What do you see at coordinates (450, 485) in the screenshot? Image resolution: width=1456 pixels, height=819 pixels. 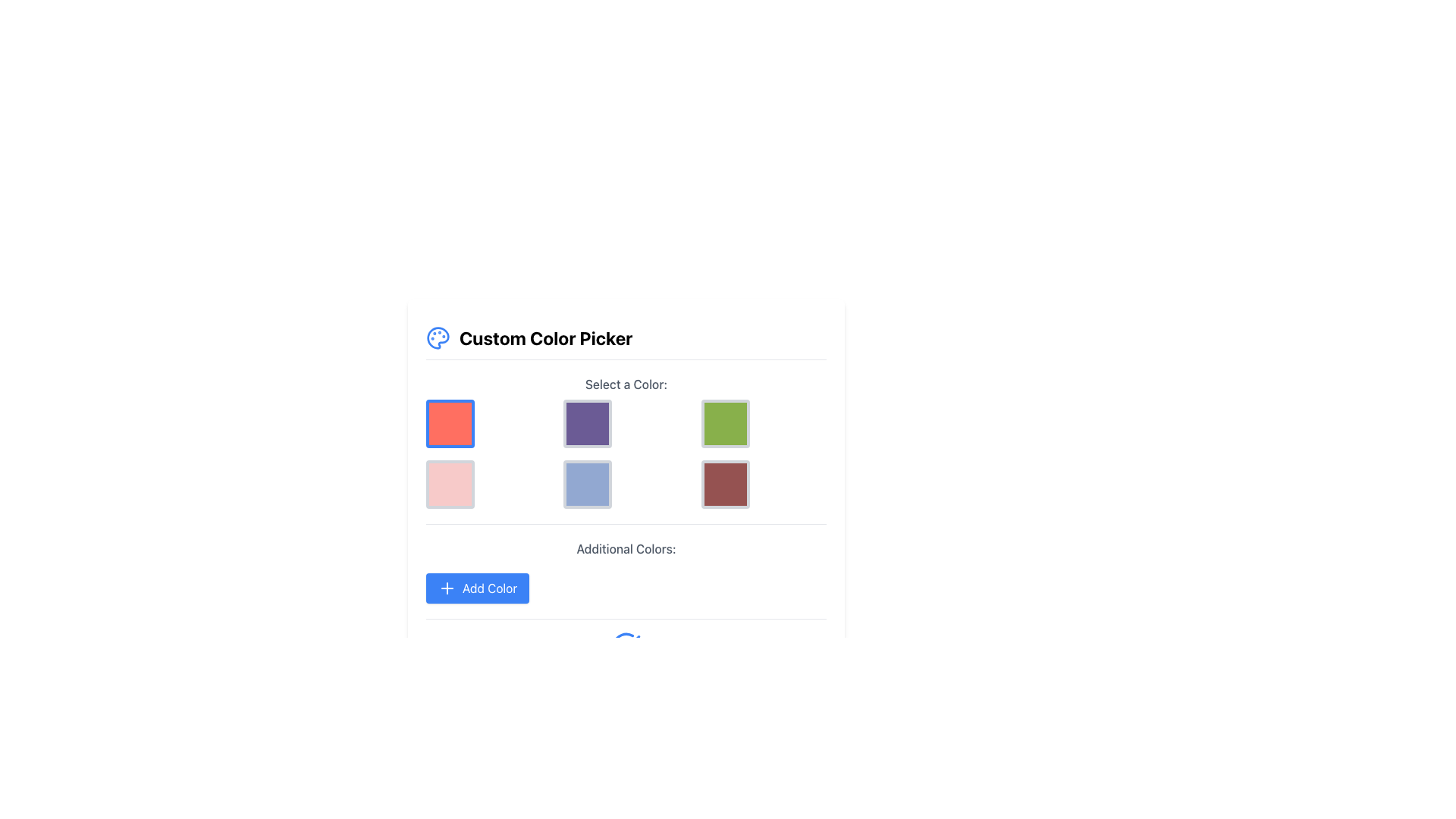 I see `the interactive button with a pastel pink background and gray border located in the bottom-left cell of the 3x2 grid layout under the 'Select a Color' section` at bounding box center [450, 485].